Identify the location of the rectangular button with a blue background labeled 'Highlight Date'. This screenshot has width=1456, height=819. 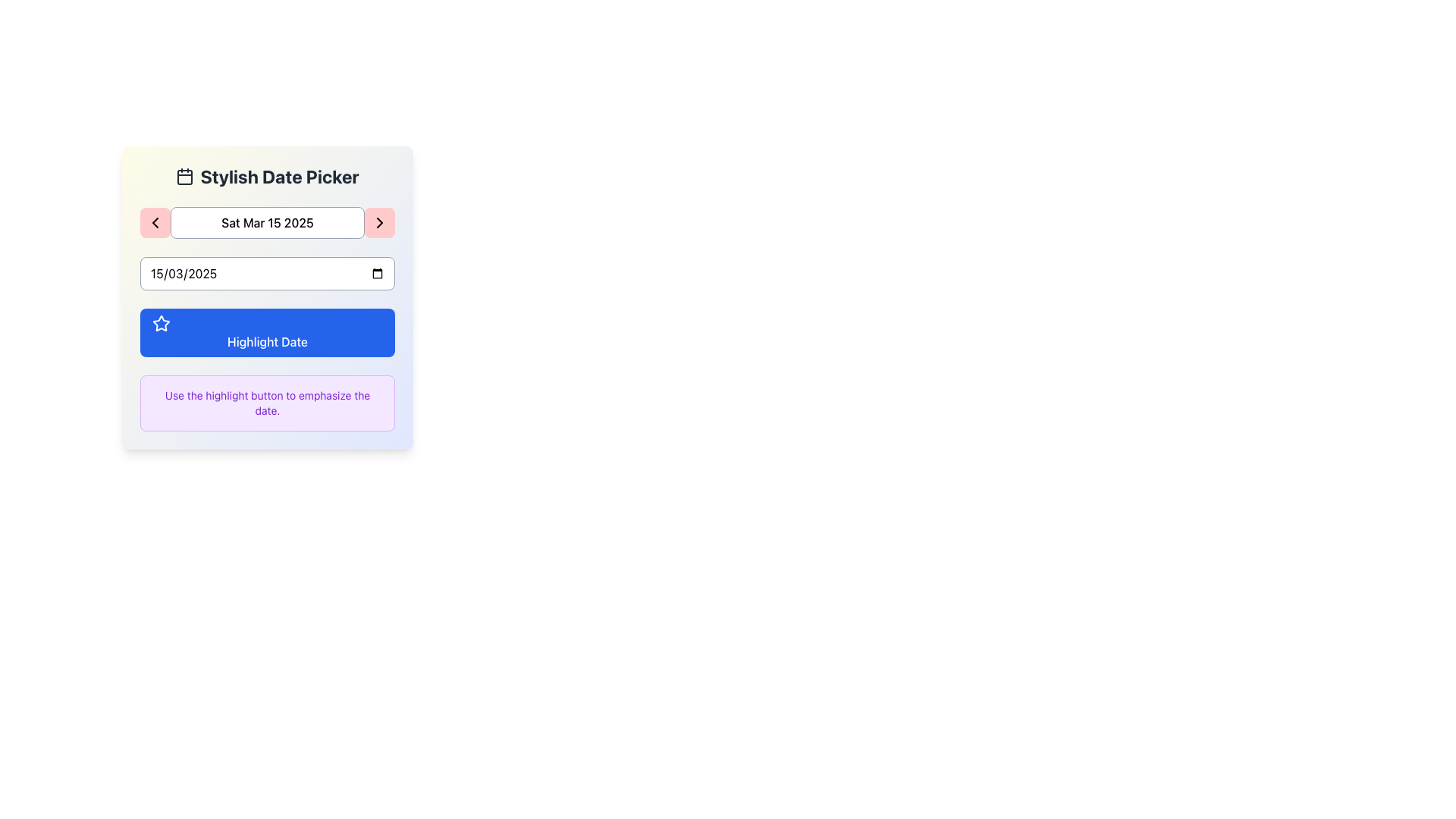
(268, 332).